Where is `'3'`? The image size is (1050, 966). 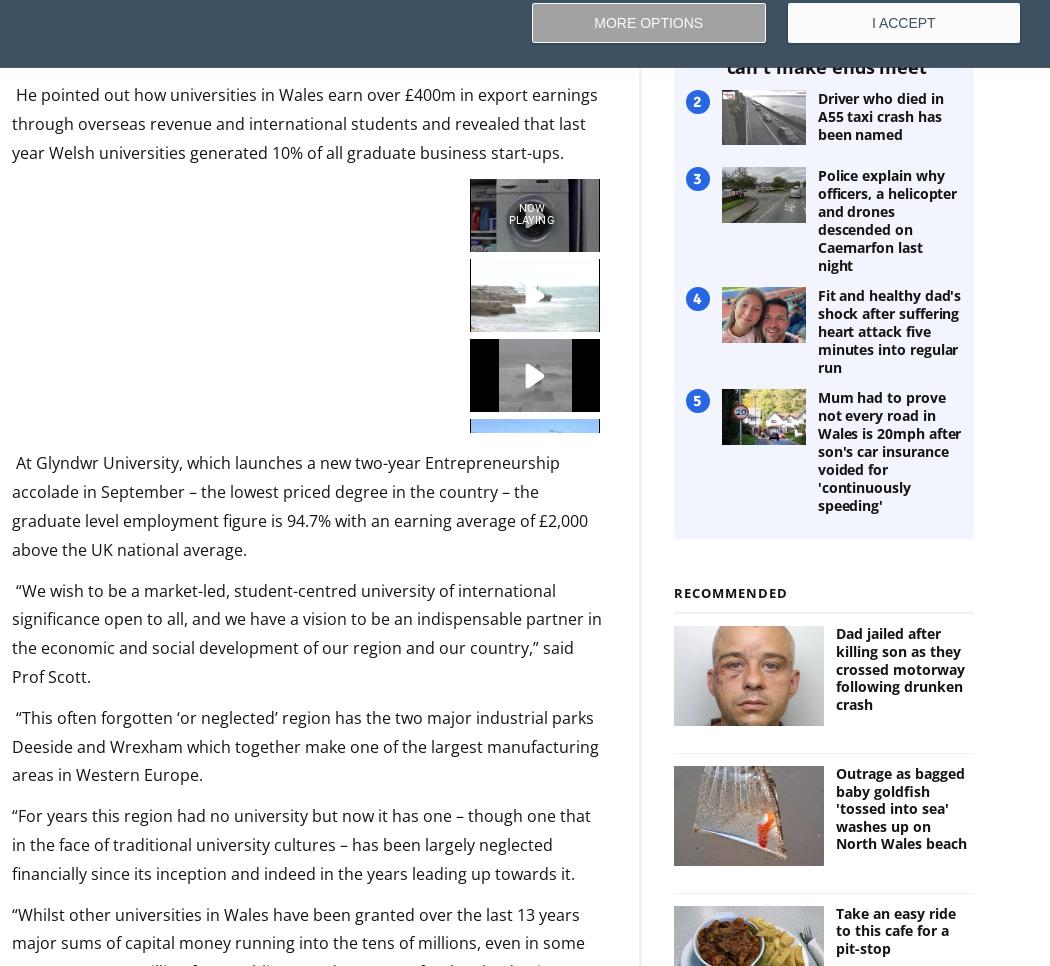
'3' is located at coordinates (697, 178).